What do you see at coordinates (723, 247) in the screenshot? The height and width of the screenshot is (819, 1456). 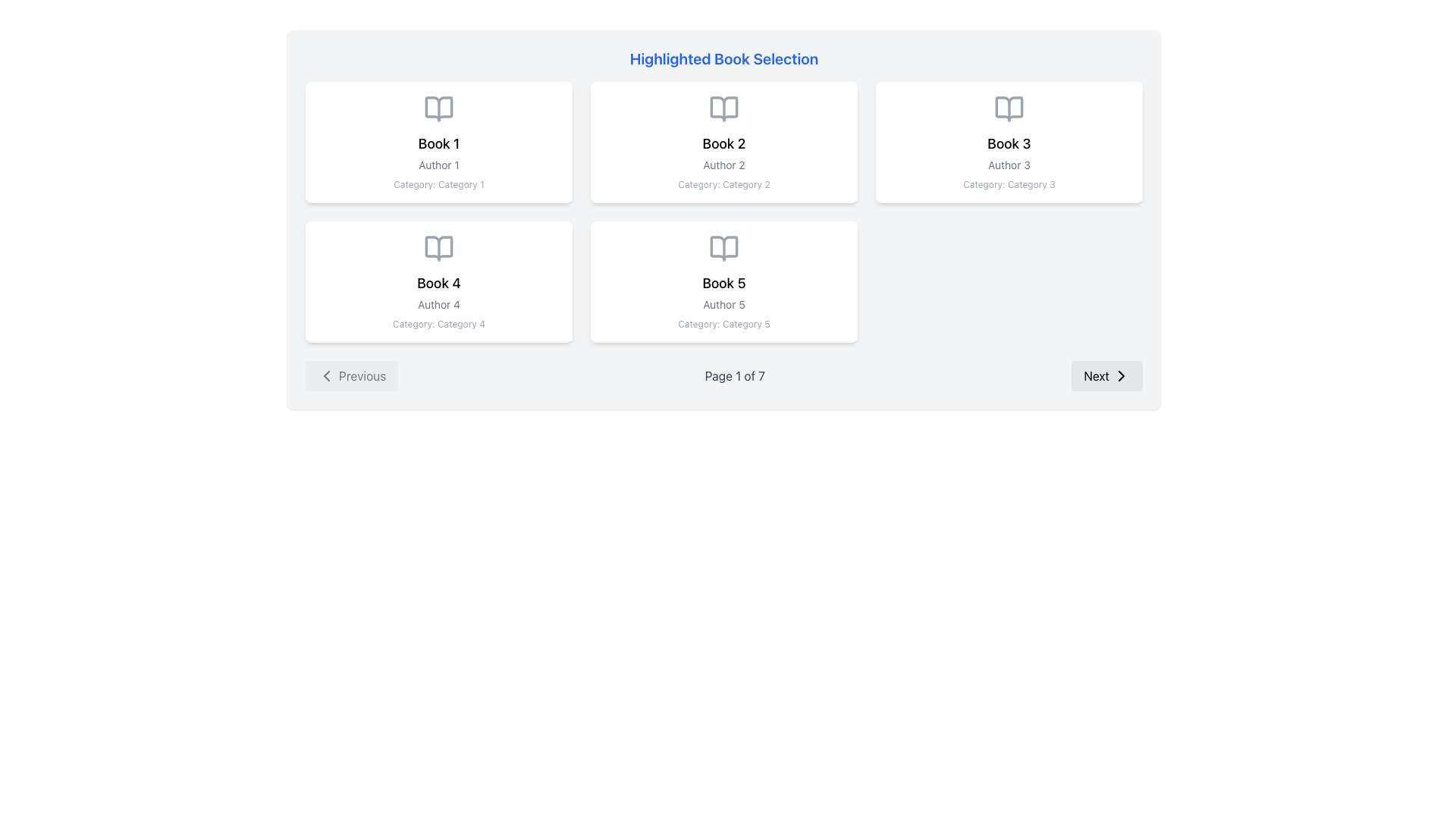 I see `the open book icon styled in gray, located at the top center inside the white card labeled 'Book 5'` at bounding box center [723, 247].